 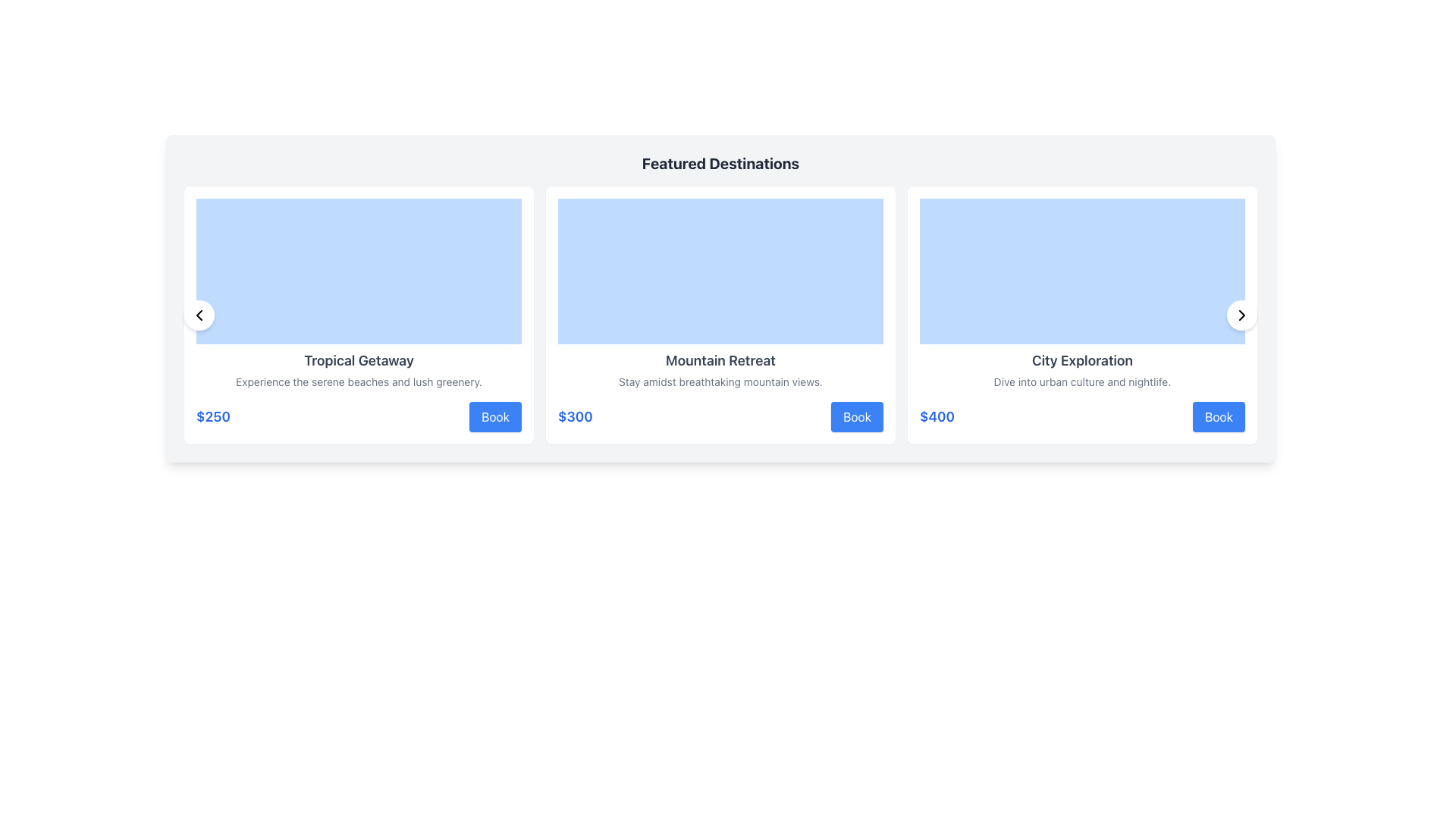 I want to click on the decorative placeholder block with a light blue background, located at the top of the 'Mountain Retreat' card layout, so click(x=720, y=271).